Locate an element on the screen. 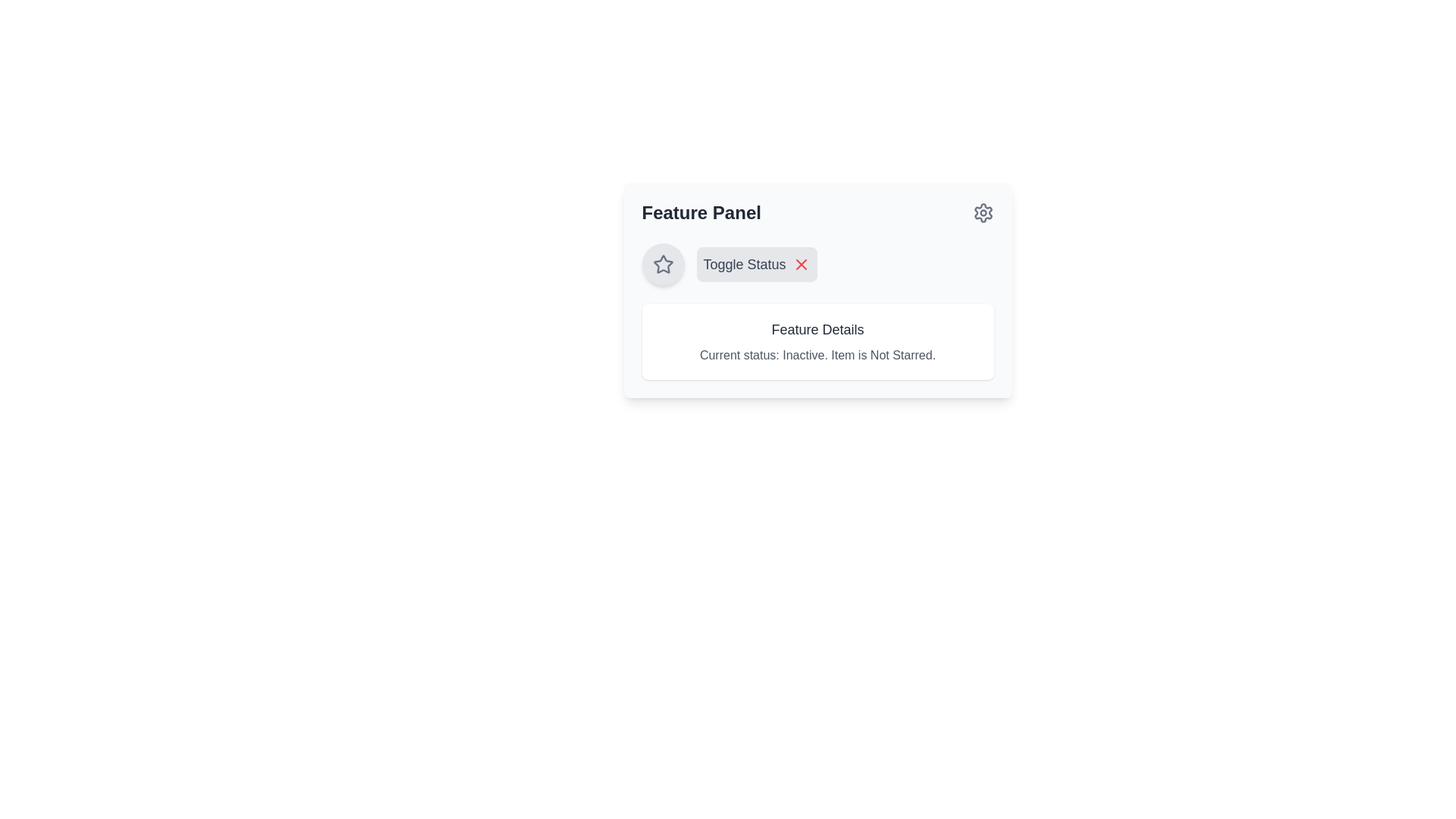 This screenshot has height=819, width=1456. the hollow gray star icon located within the circular button at the top left of the 'Feature Panel', adjacent to the 'Toggle Status' label is located at coordinates (663, 263).